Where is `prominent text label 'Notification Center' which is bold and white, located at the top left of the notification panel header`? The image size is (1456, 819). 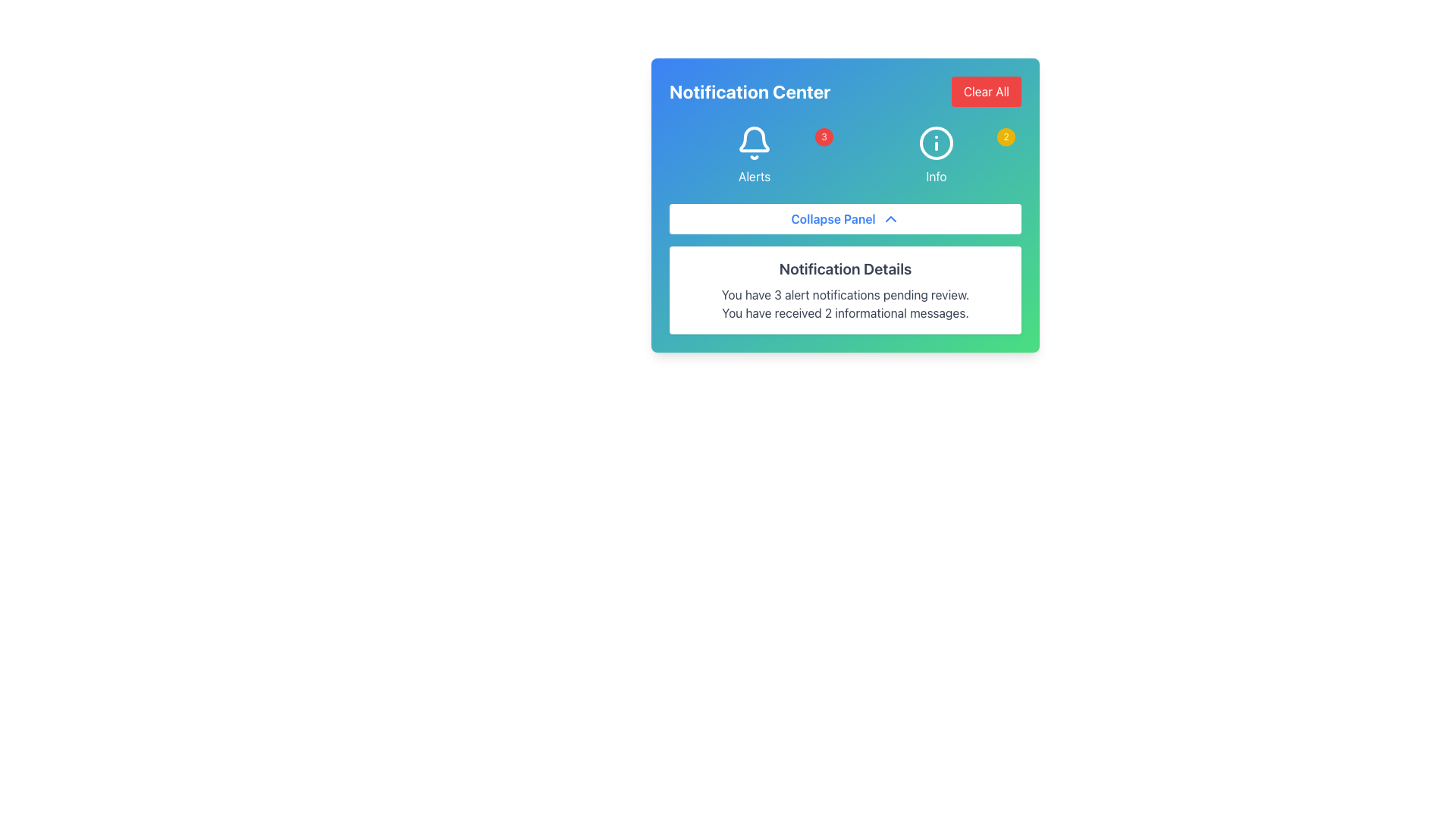 prominent text label 'Notification Center' which is bold and white, located at the top left of the notification panel header is located at coordinates (750, 91).